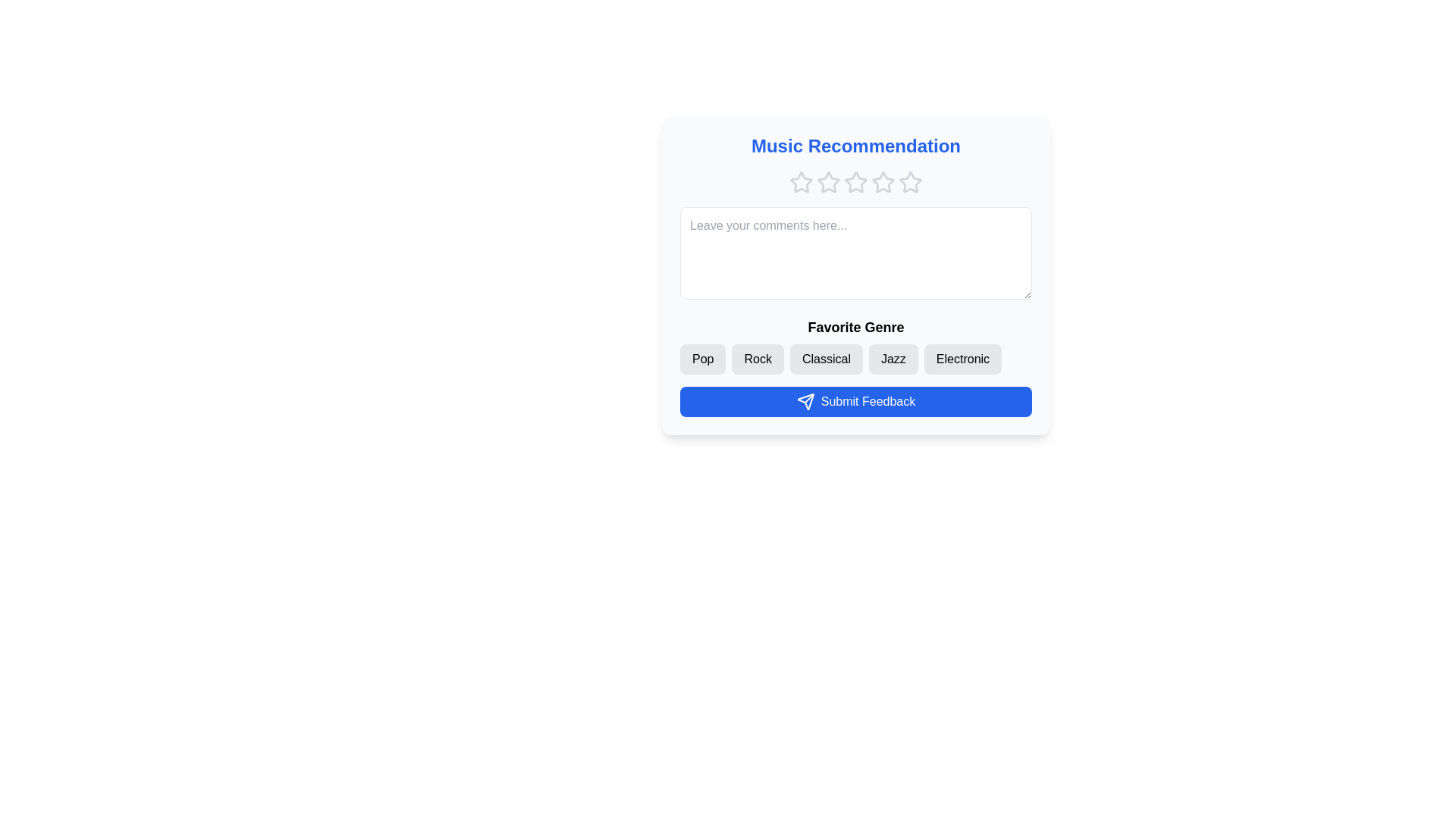 This screenshot has height=819, width=1456. What do you see at coordinates (855, 181) in the screenshot?
I see `the second star button` at bounding box center [855, 181].